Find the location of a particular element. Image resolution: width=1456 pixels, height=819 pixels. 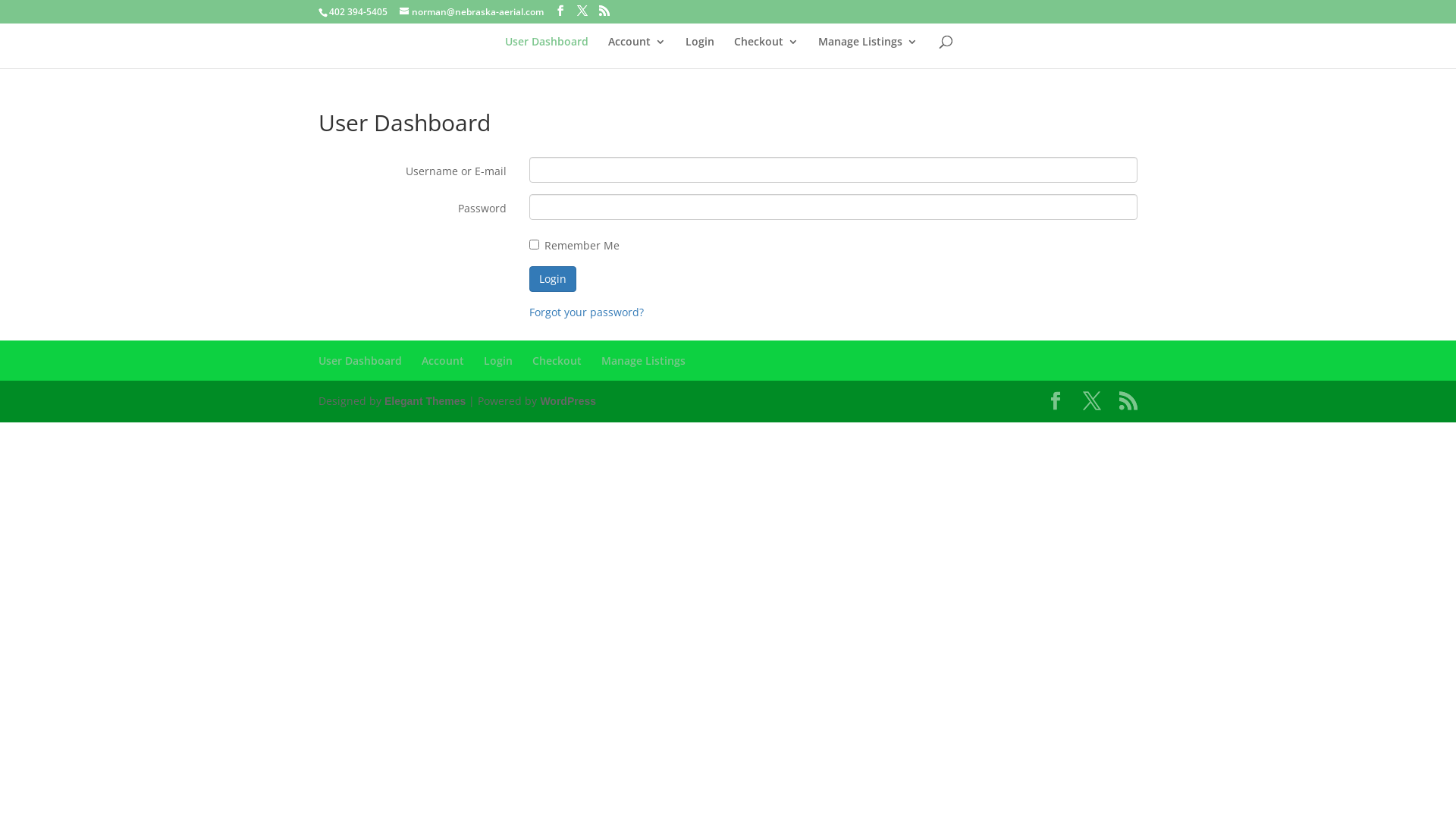

'Manage Listings' is located at coordinates (643, 360).